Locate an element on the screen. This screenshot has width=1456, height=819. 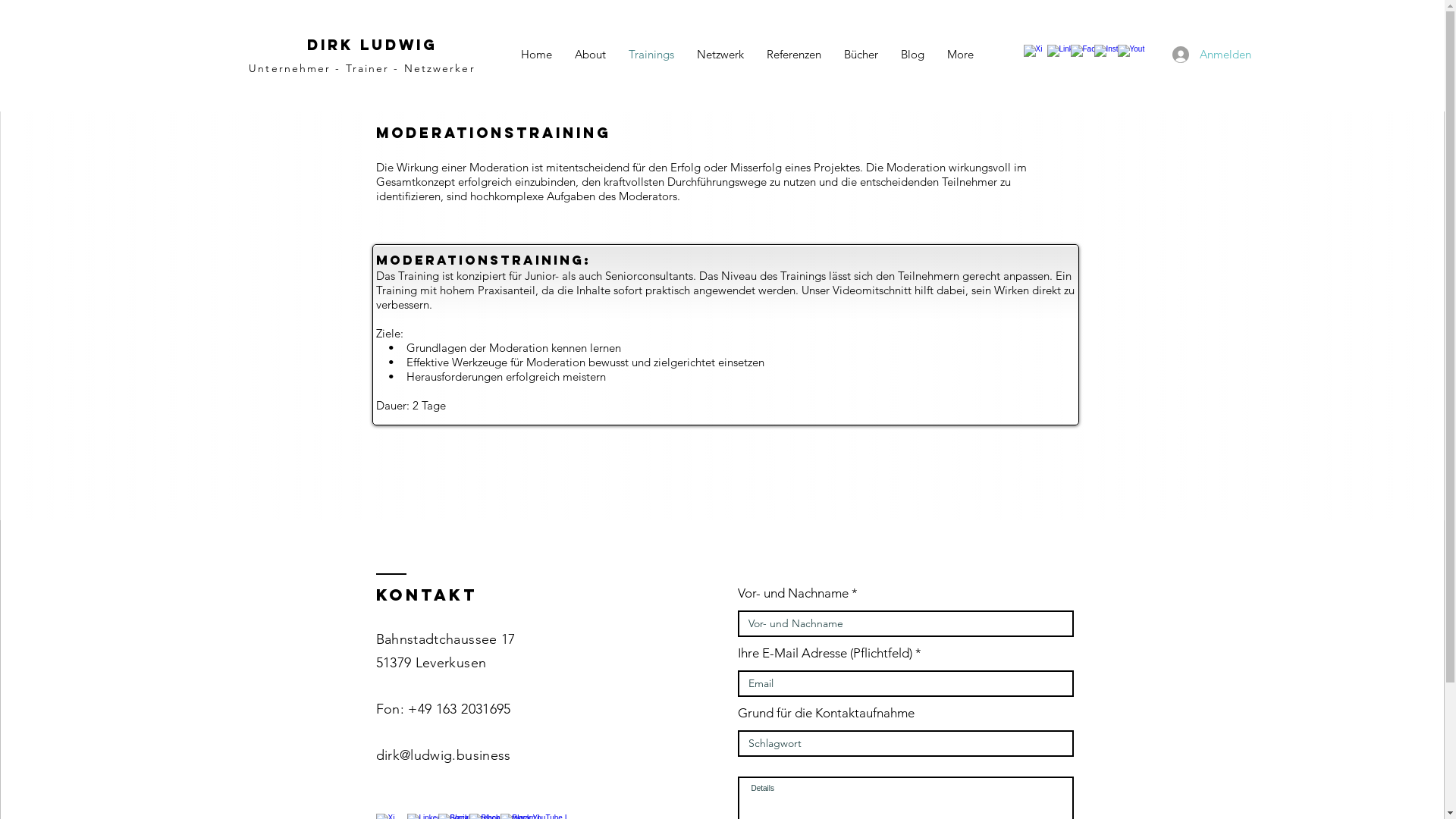
'Trainings' is located at coordinates (651, 54).